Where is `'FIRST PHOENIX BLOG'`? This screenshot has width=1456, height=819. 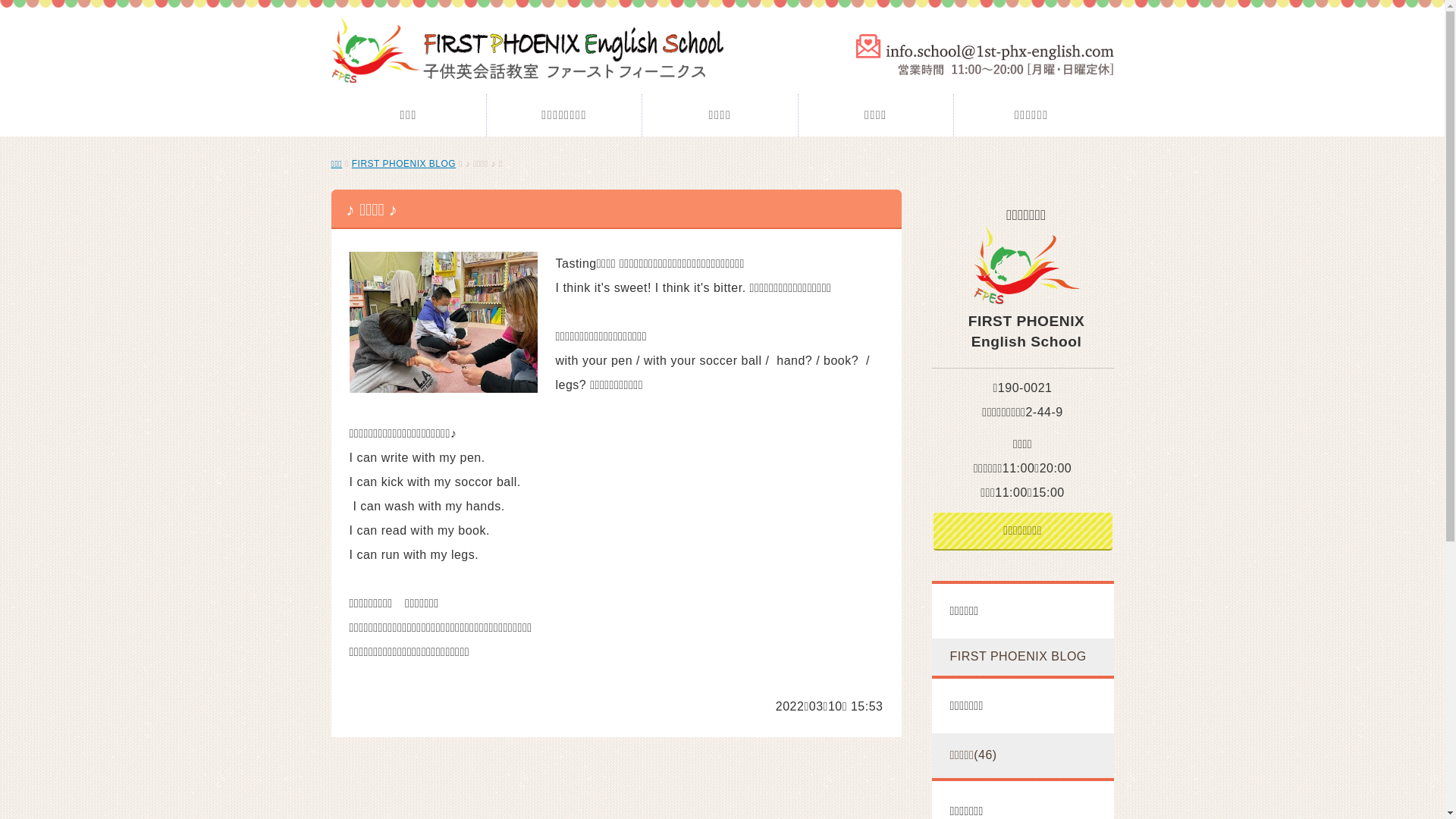
'FIRST PHOENIX BLOG' is located at coordinates (403, 164).